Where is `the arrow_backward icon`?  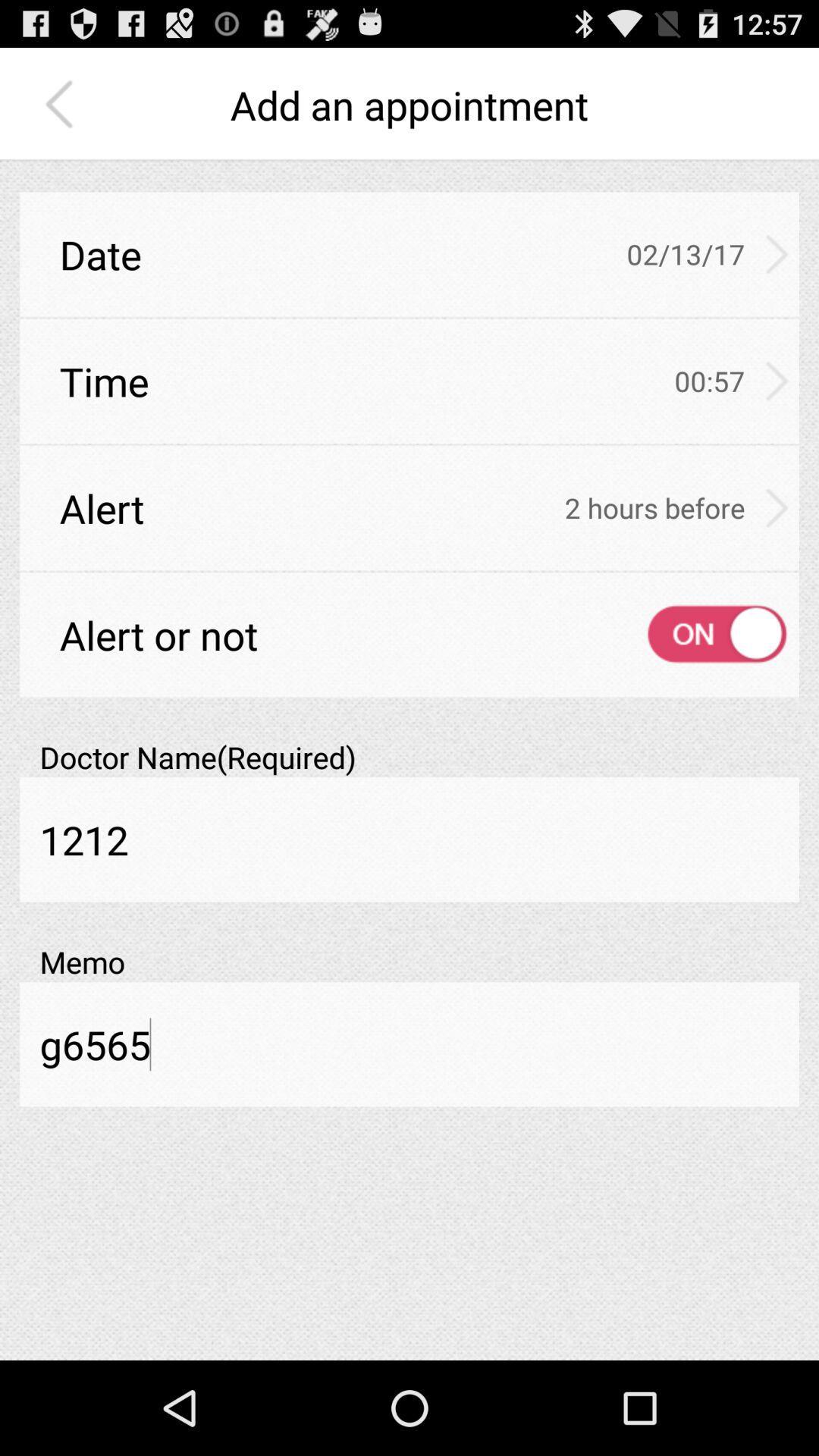 the arrow_backward icon is located at coordinates (62, 111).